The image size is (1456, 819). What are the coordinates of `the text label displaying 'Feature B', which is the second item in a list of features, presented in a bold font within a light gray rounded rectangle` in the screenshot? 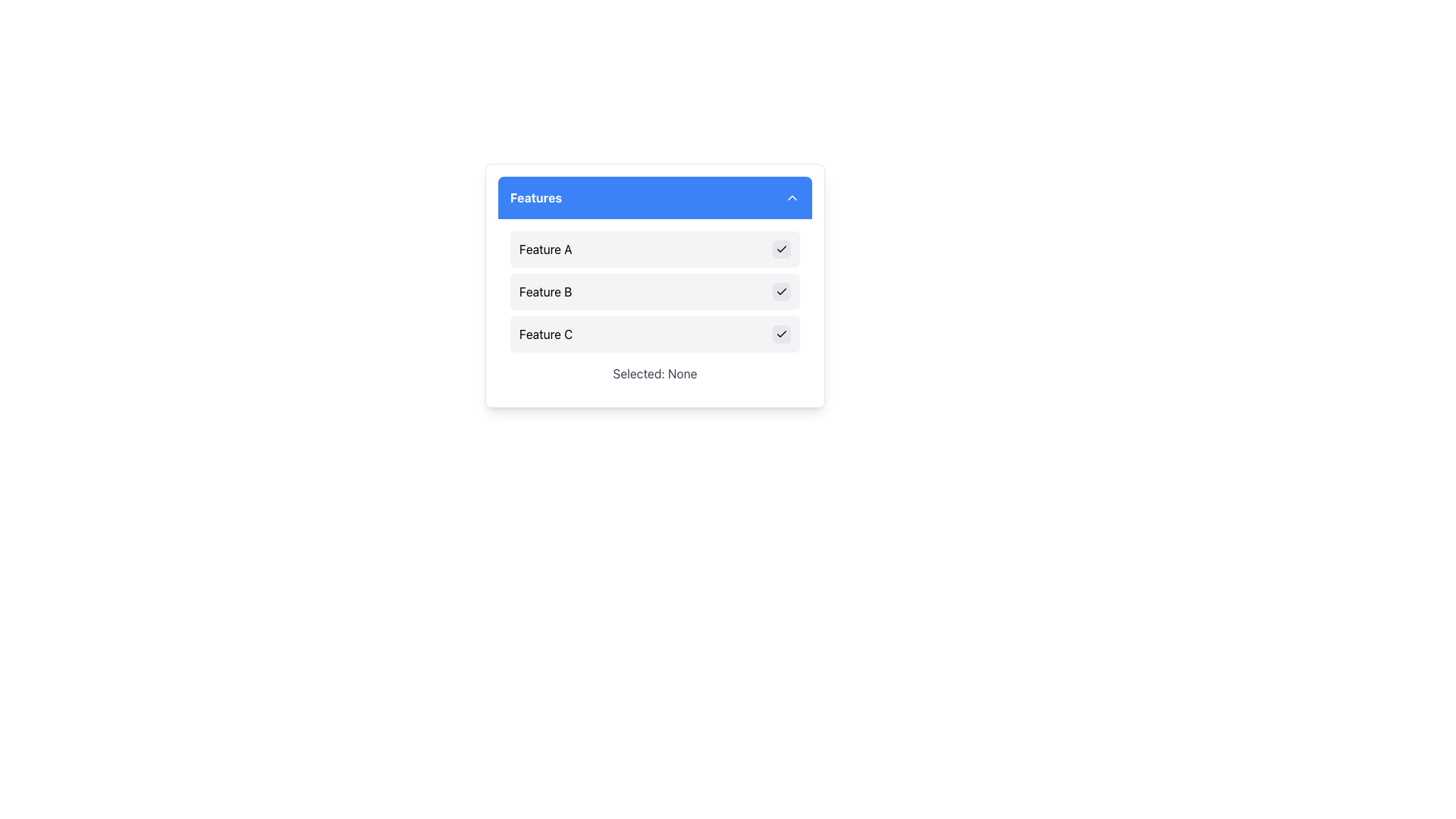 It's located at (545, 292).